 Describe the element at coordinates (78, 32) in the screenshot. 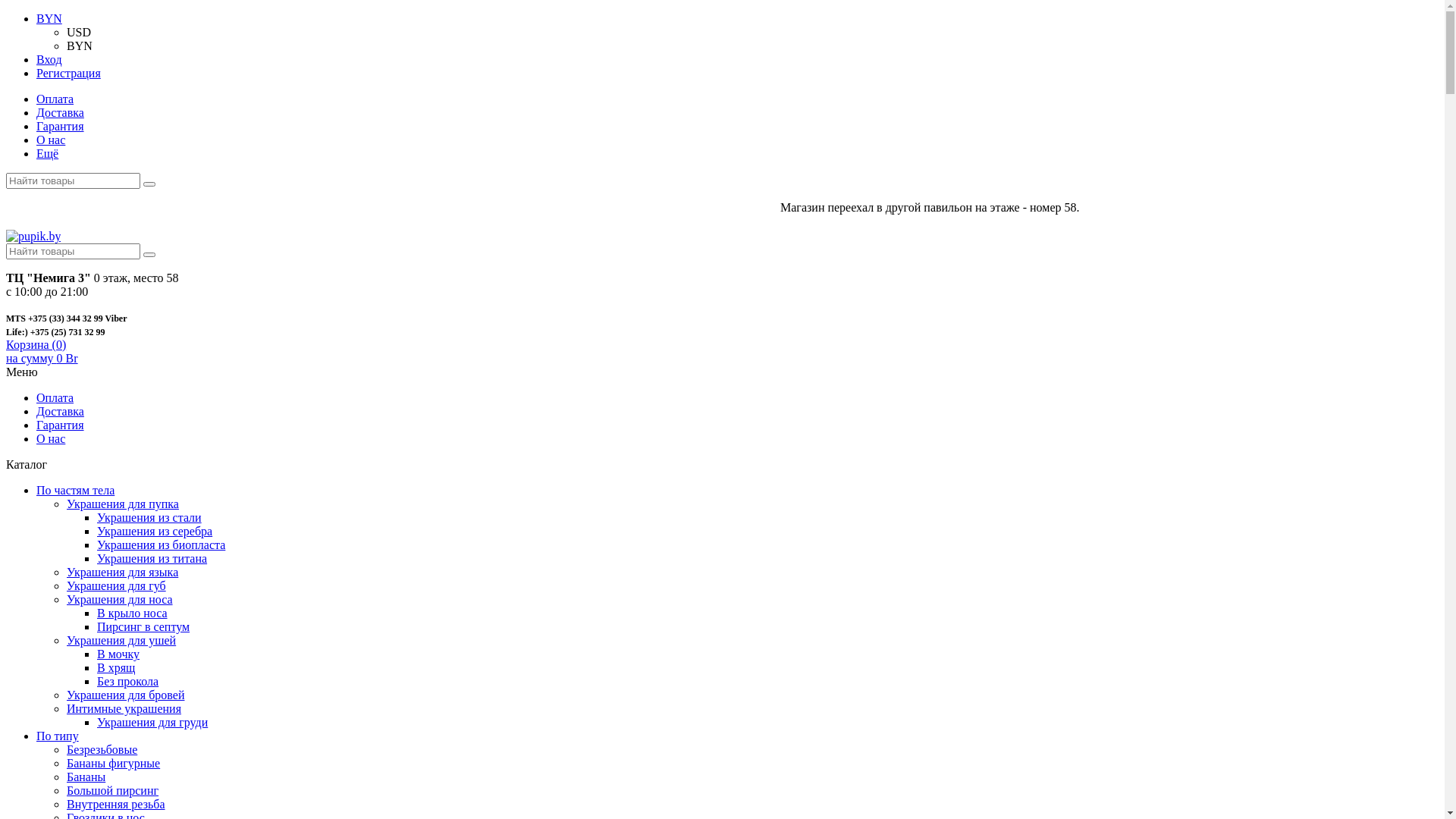

I see `'USD'` at that location.